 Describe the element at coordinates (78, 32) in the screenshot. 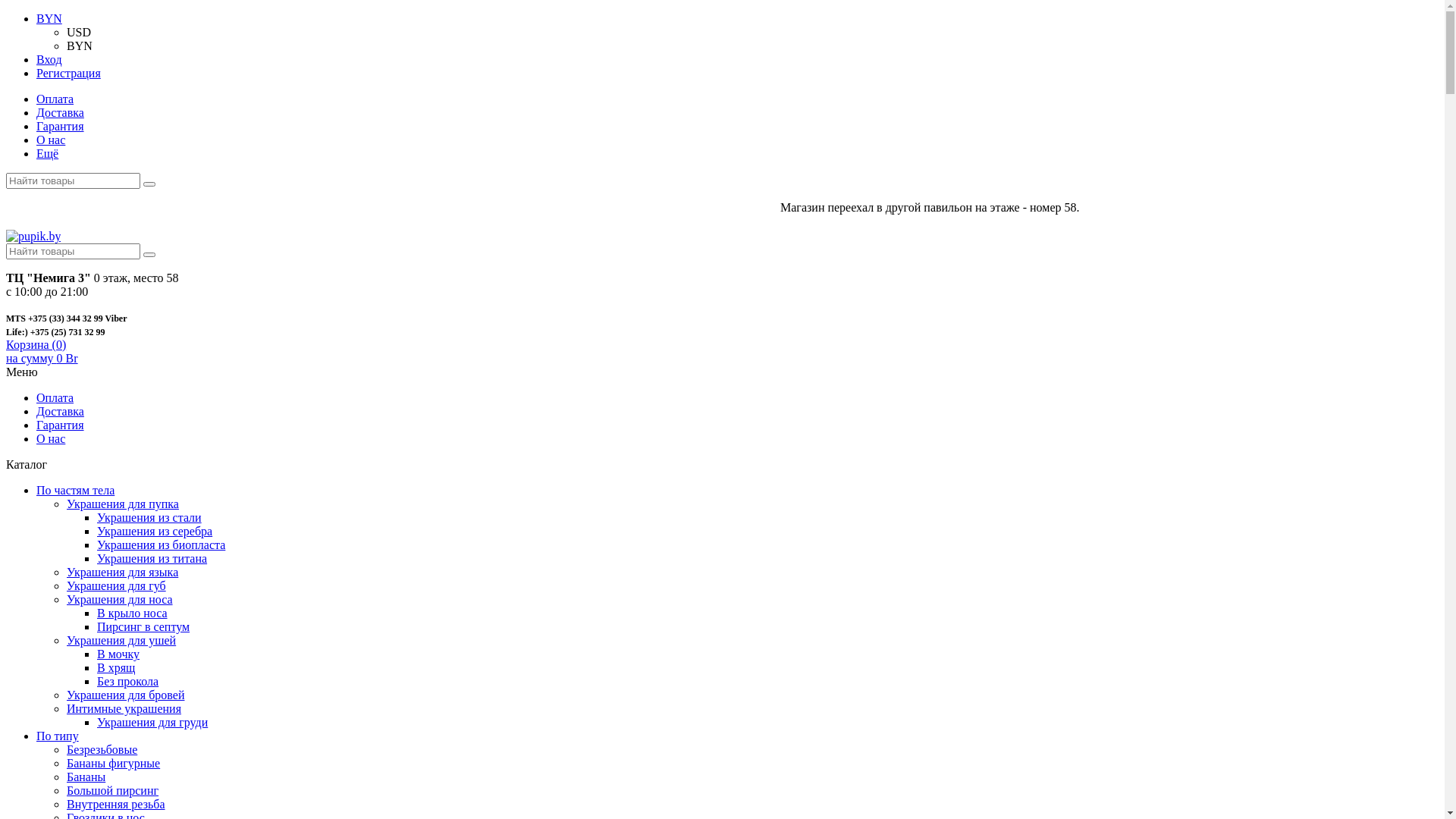

I see `'USD'` at that location.